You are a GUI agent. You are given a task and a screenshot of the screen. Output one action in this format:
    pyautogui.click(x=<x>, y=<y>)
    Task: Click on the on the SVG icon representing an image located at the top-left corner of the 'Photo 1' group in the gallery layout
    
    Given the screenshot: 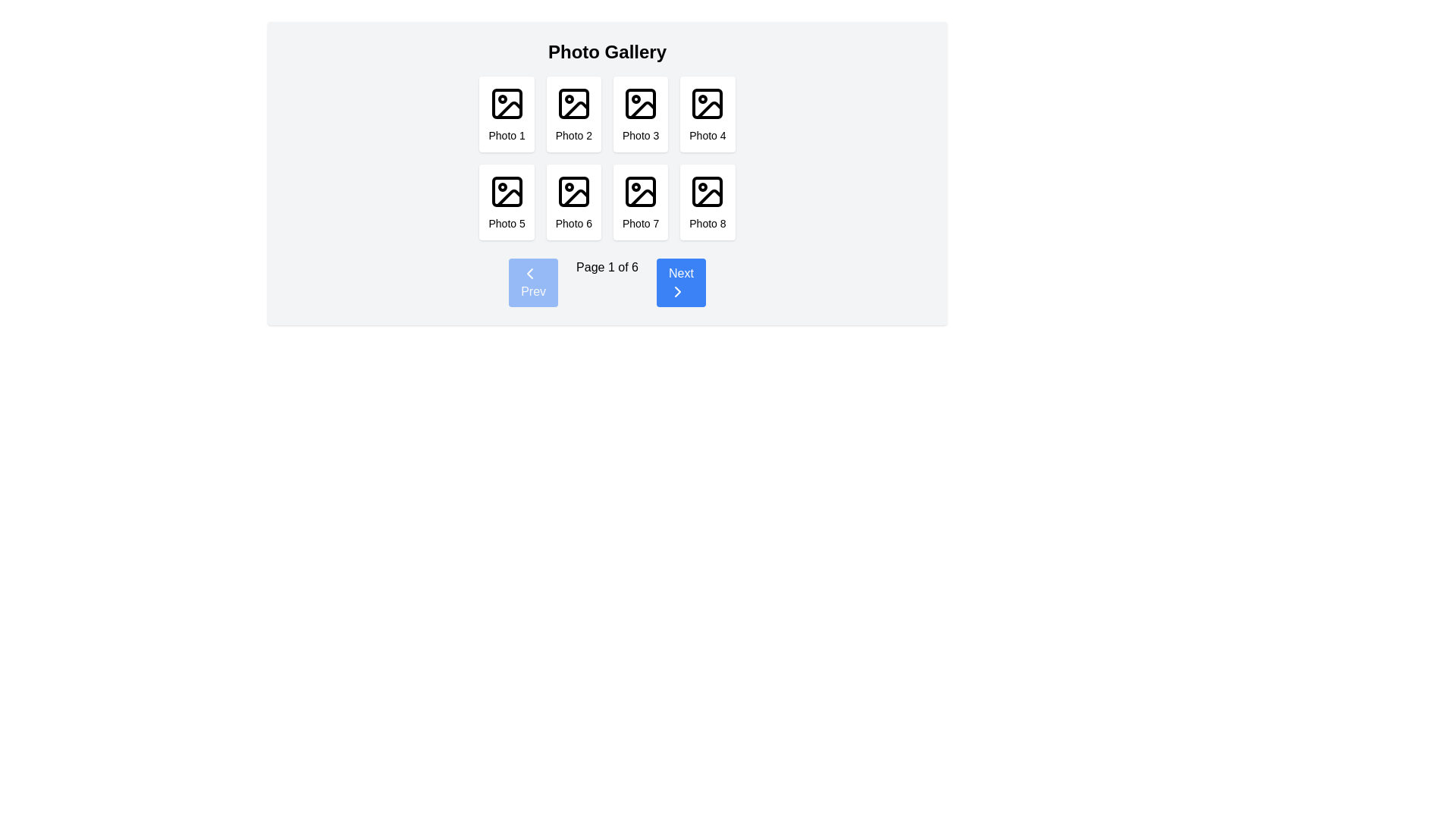 What is the action you would take?
    pyautogui.click(x=507, y=103)
    